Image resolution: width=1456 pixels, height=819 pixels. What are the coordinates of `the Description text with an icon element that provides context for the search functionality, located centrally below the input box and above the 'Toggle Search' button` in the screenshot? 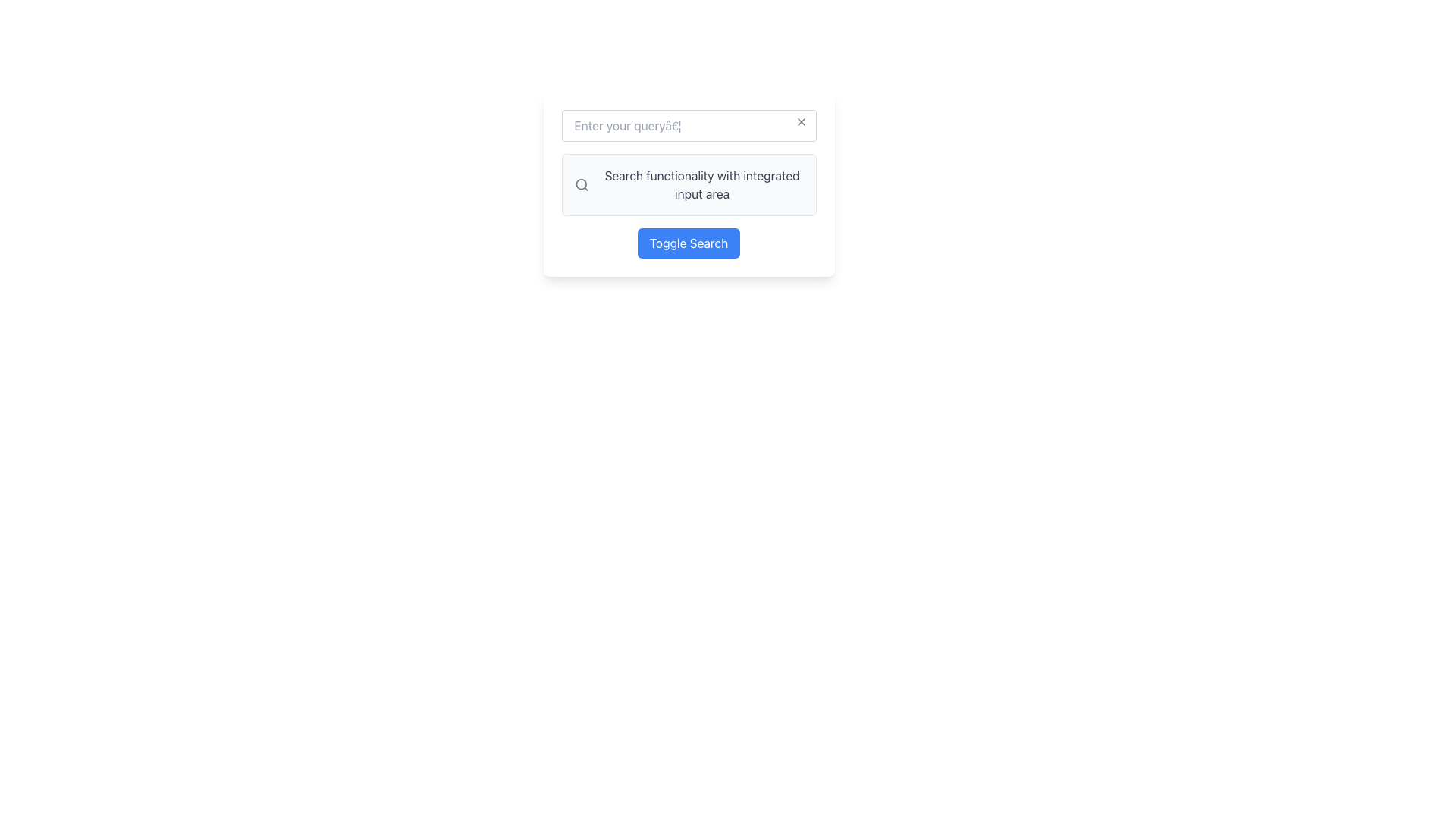 It's located at (688, 184).